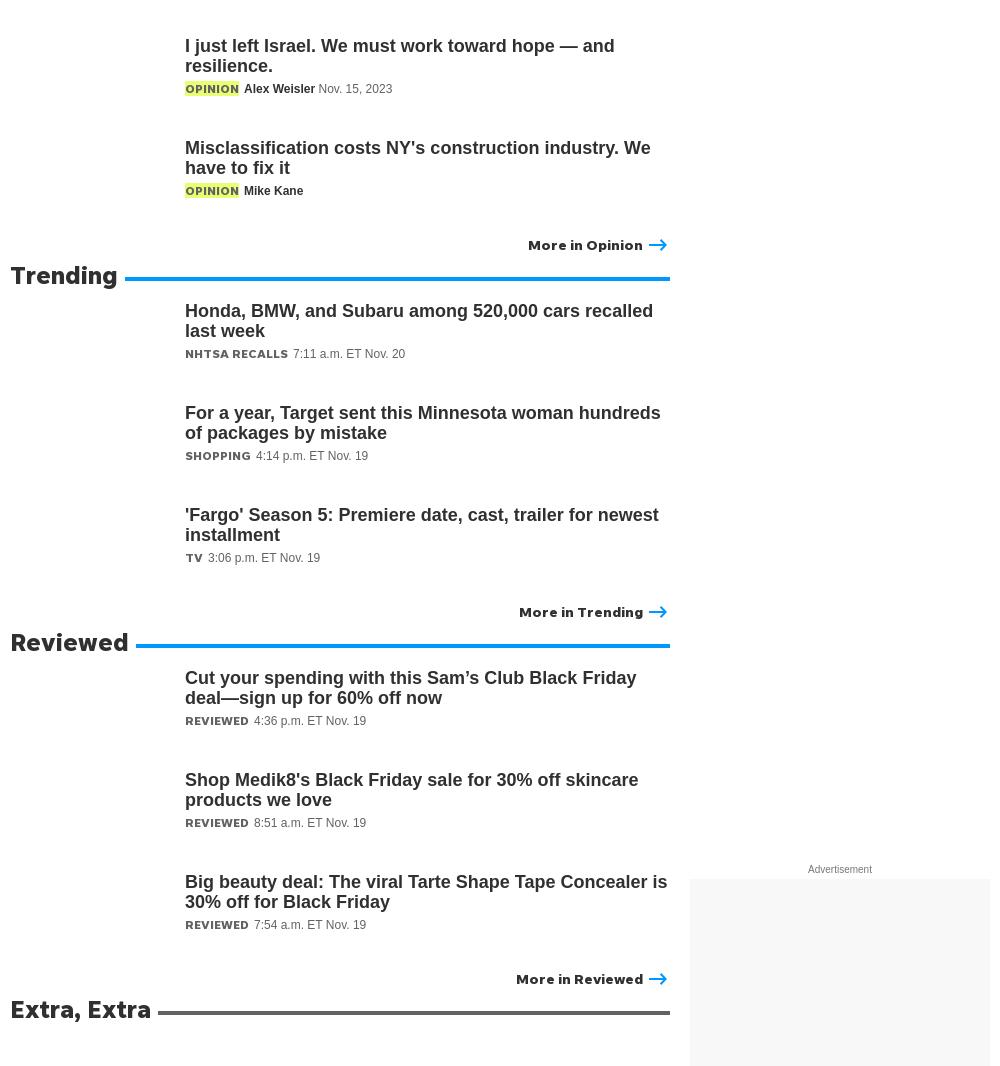 This screenshot has width=1000, height=1066. Describe the element at coordinates (411, 789) in the screenshot. I see `'Shop Medik8's Black Friday sale for 30% off skincare products we love'` at that location.